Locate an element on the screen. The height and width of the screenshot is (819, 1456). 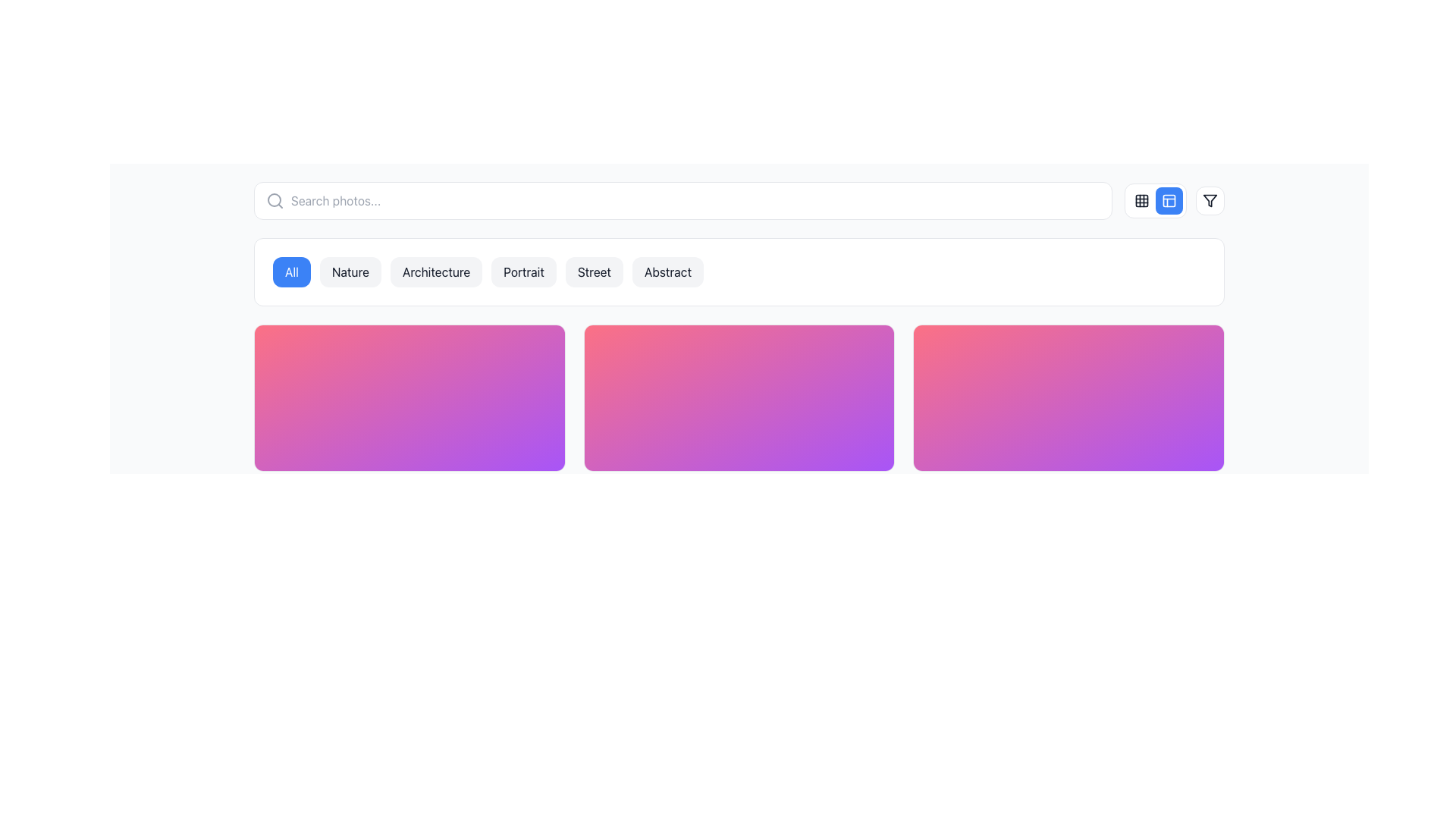
the icon button located in the top navigation bar, positioned to the right of the grid layout icon and to the left of the filter icon, to change the view layout is located at coordinates (1168, 200).